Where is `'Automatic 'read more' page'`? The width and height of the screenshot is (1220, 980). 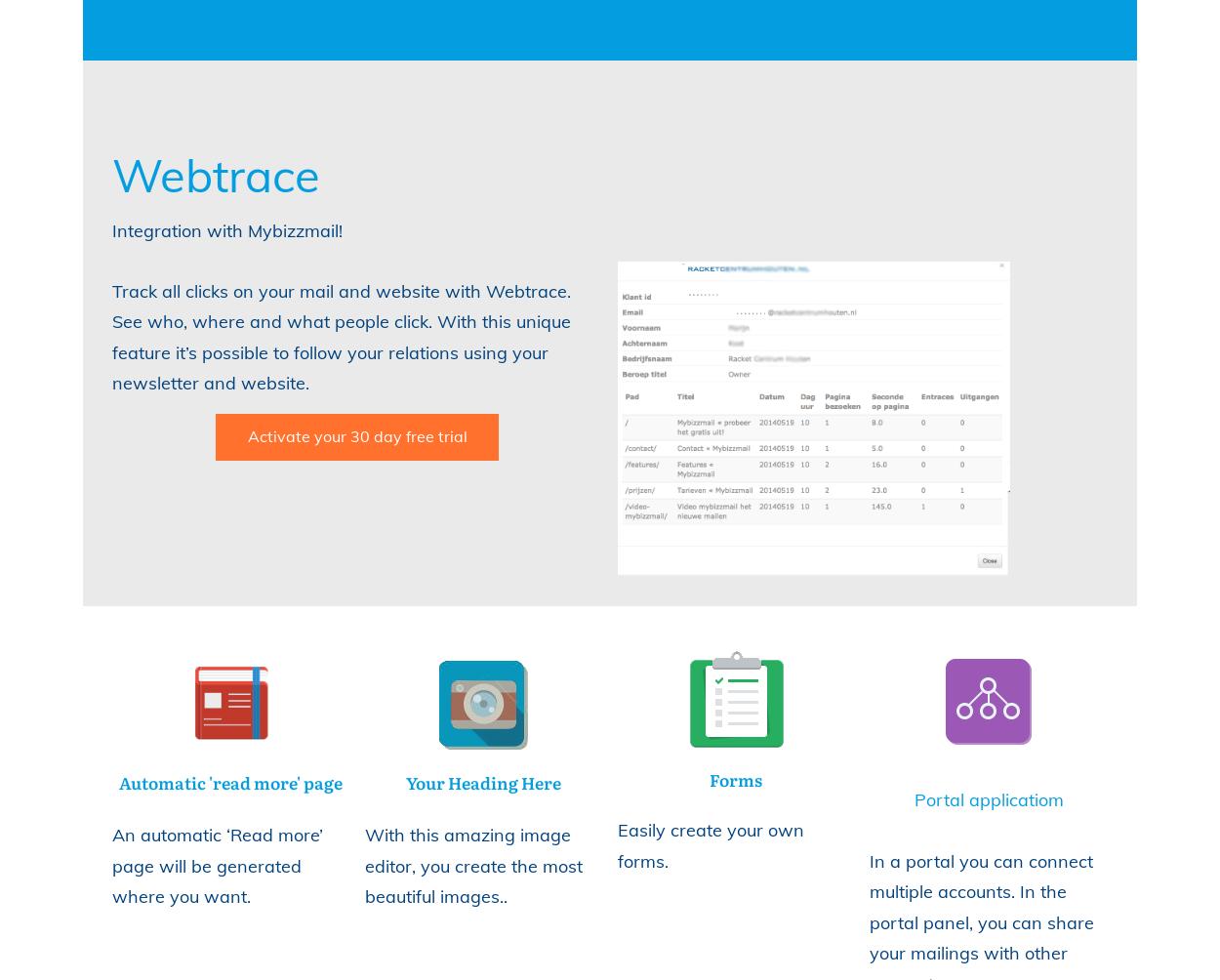
'Automatic 'read more' page' is located at coordinates (118, 782).